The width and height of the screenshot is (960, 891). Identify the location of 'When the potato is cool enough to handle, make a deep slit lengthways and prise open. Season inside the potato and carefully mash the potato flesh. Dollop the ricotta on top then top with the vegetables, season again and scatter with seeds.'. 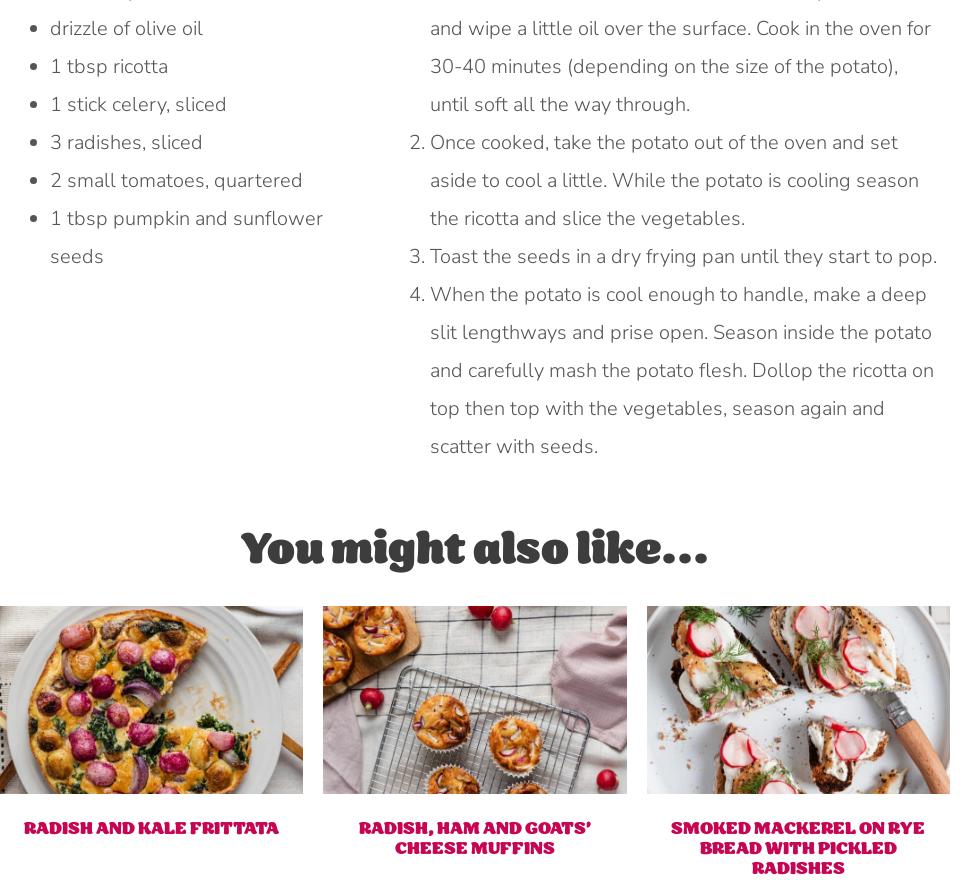
(429, 369).